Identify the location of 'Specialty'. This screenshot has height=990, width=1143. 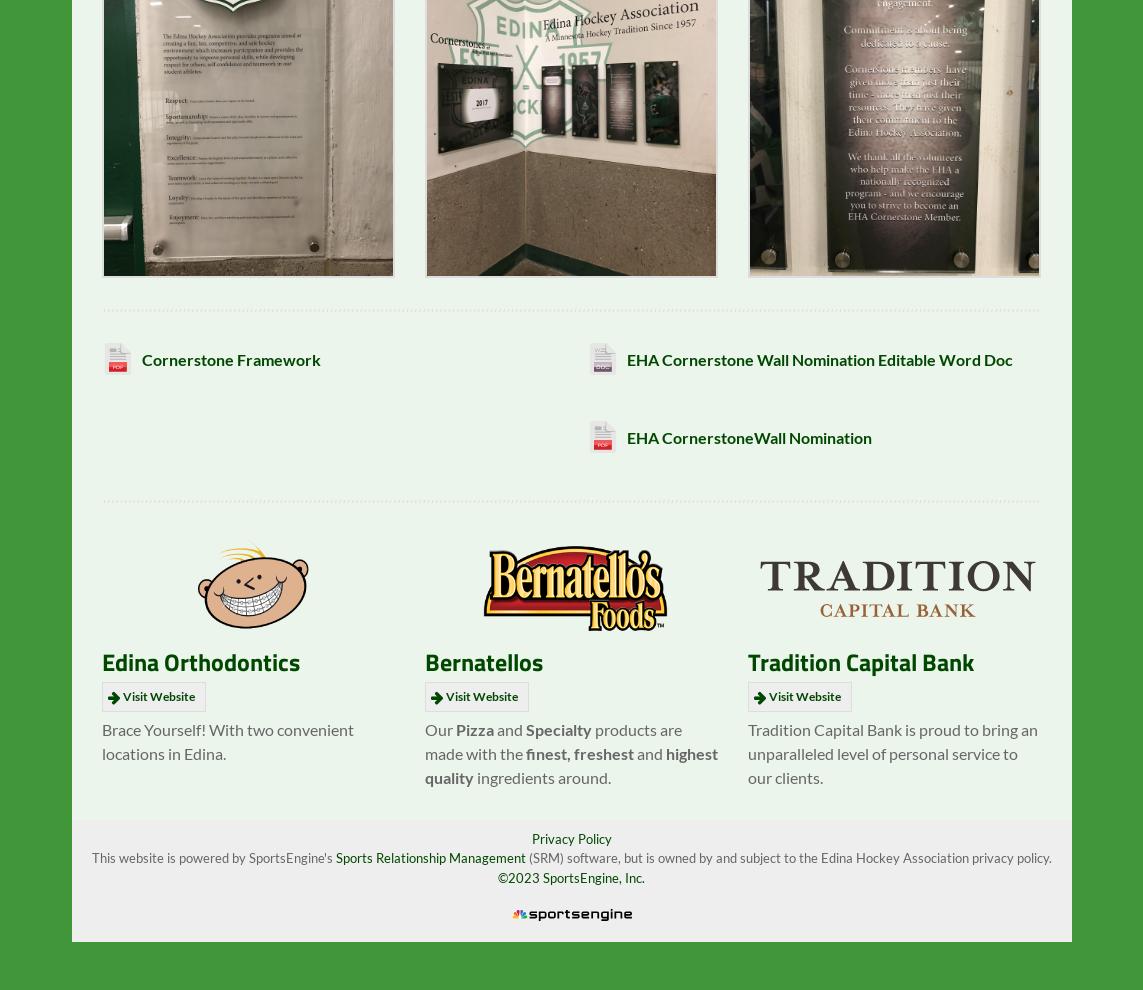
(559, 742).